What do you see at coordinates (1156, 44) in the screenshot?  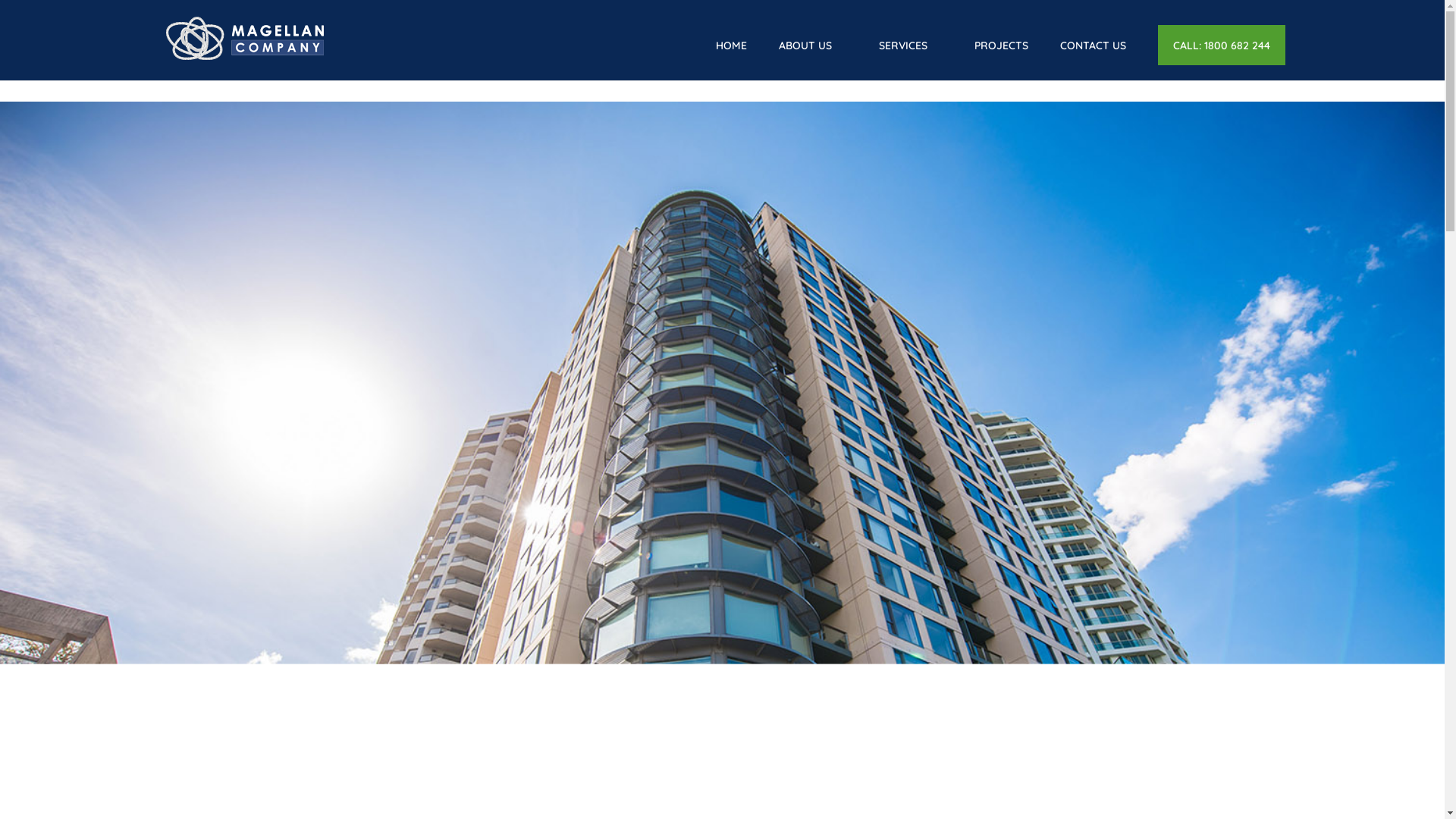 I see `'CALL: 1800 682 244'` at bounding box center [1156, 44].